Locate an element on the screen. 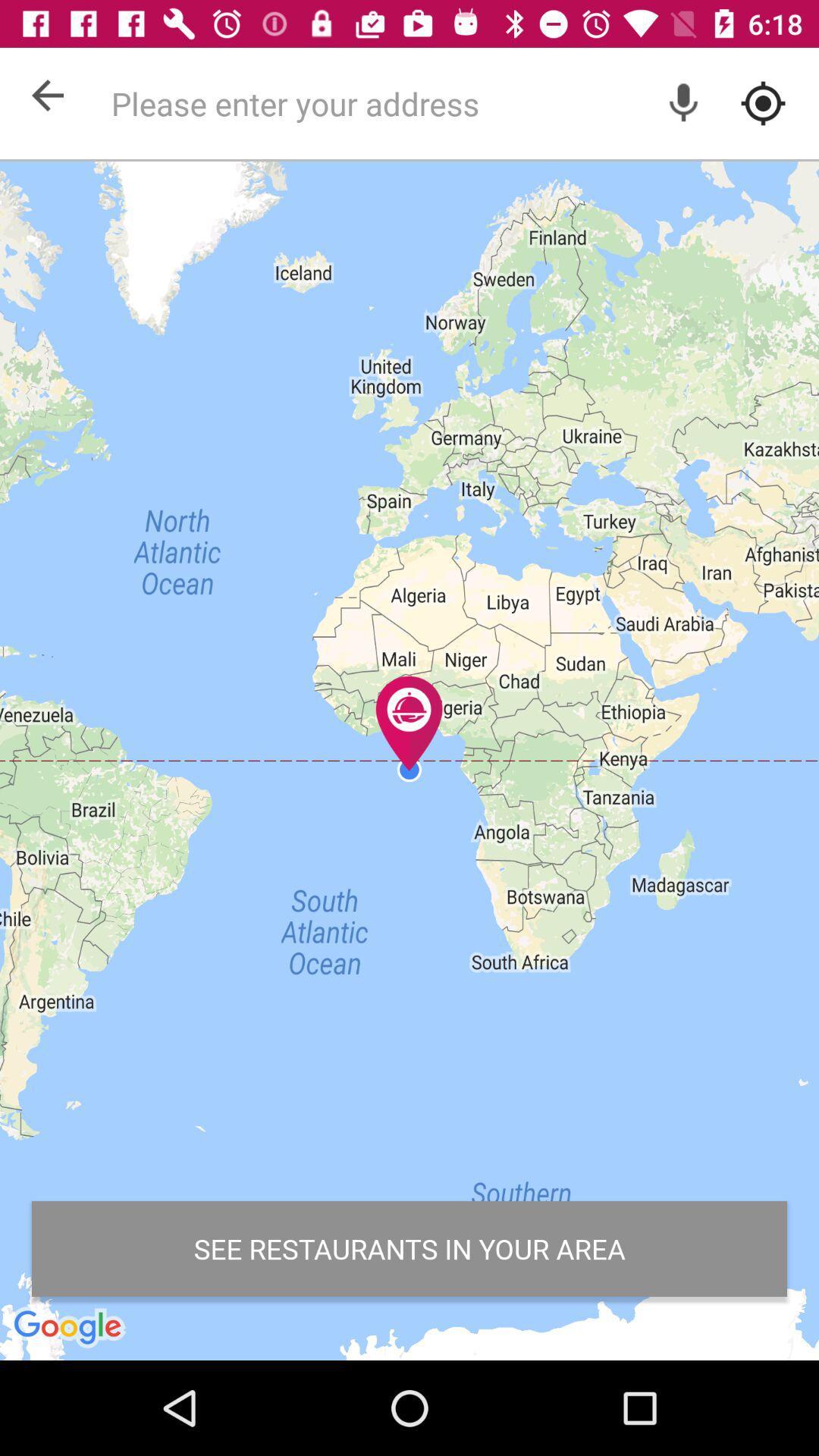 Image resolution: width=819 pixels, height=1456 pixels. address search option is located at coordinates (456, 102).